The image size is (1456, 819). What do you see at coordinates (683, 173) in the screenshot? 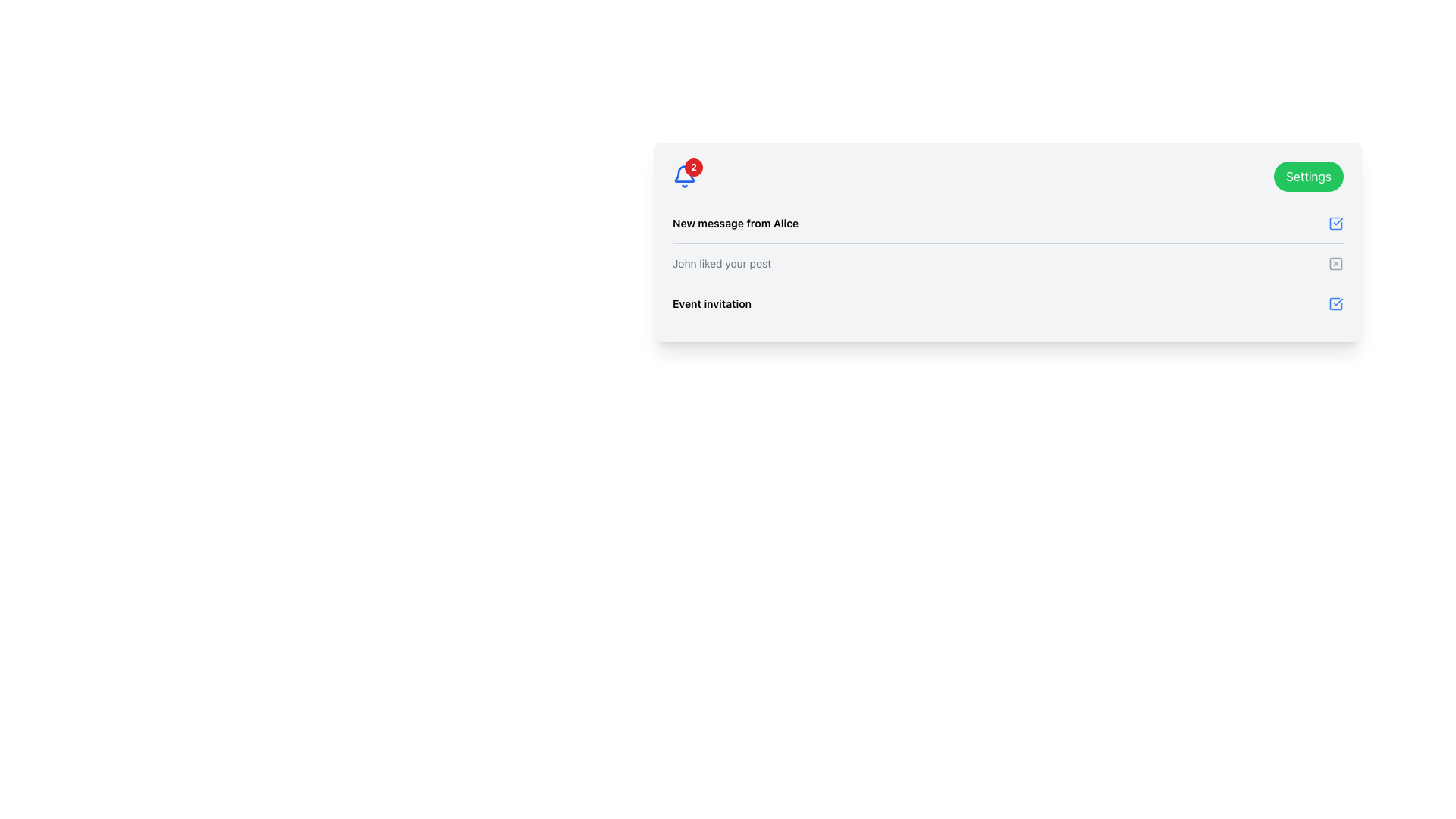
I see `the body portion of the bell notification icon, which is a decorative graphical component located at the top-left of a notification card and slightly overlaps with the notification badge` at bounding box center [683, 173].